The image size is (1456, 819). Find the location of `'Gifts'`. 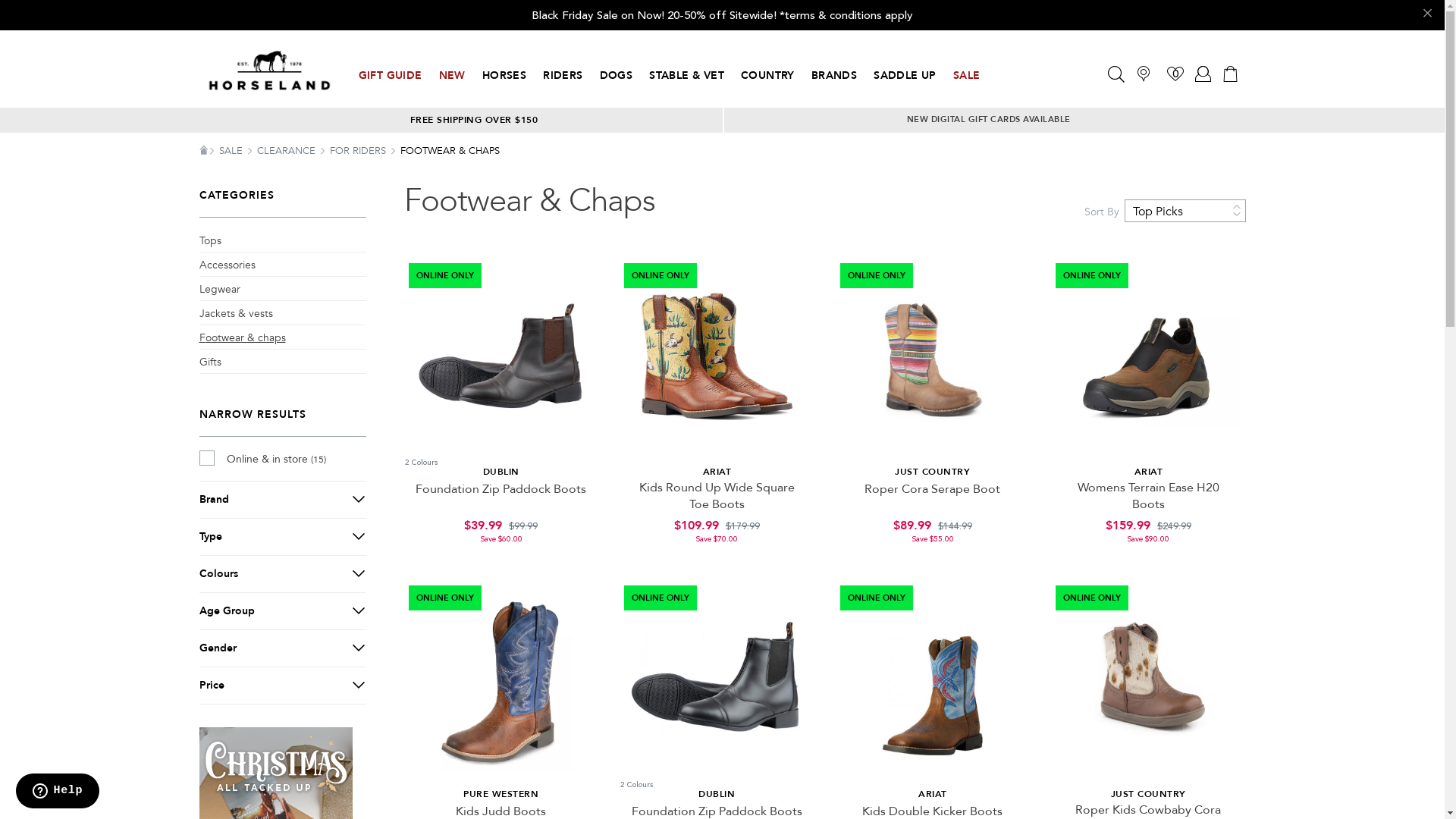

'Gifts' is located at coordinates (209, 362).